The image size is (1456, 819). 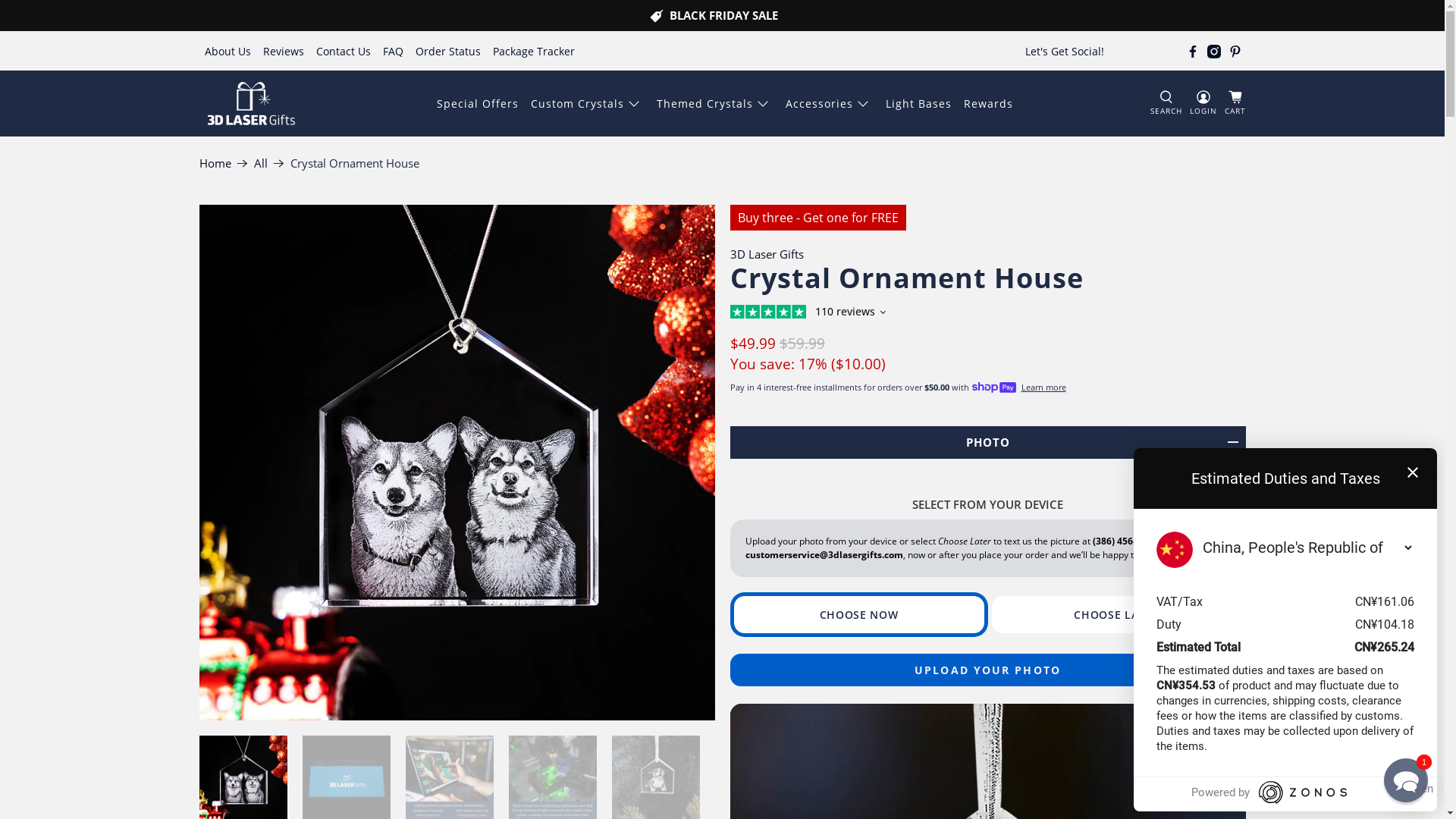 What do you see at coordinates (227, 50) in the screenshot?
I see `'About Us'` at bounding box center [227, 50].